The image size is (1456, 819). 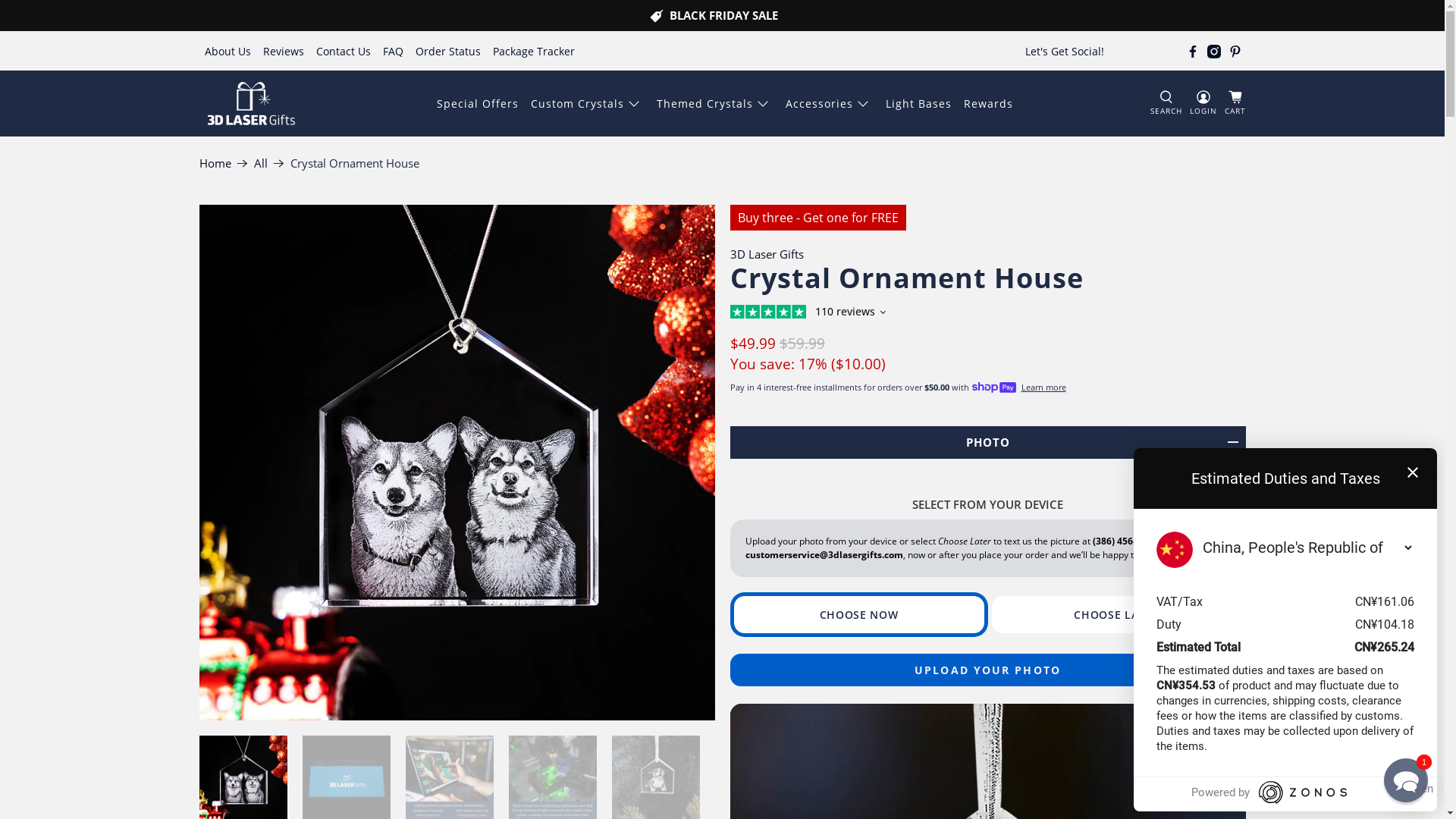 What do you see at coordinates (227, 50) in the screenshot?
I see `'About Us'` at bounding box center [227, 50].